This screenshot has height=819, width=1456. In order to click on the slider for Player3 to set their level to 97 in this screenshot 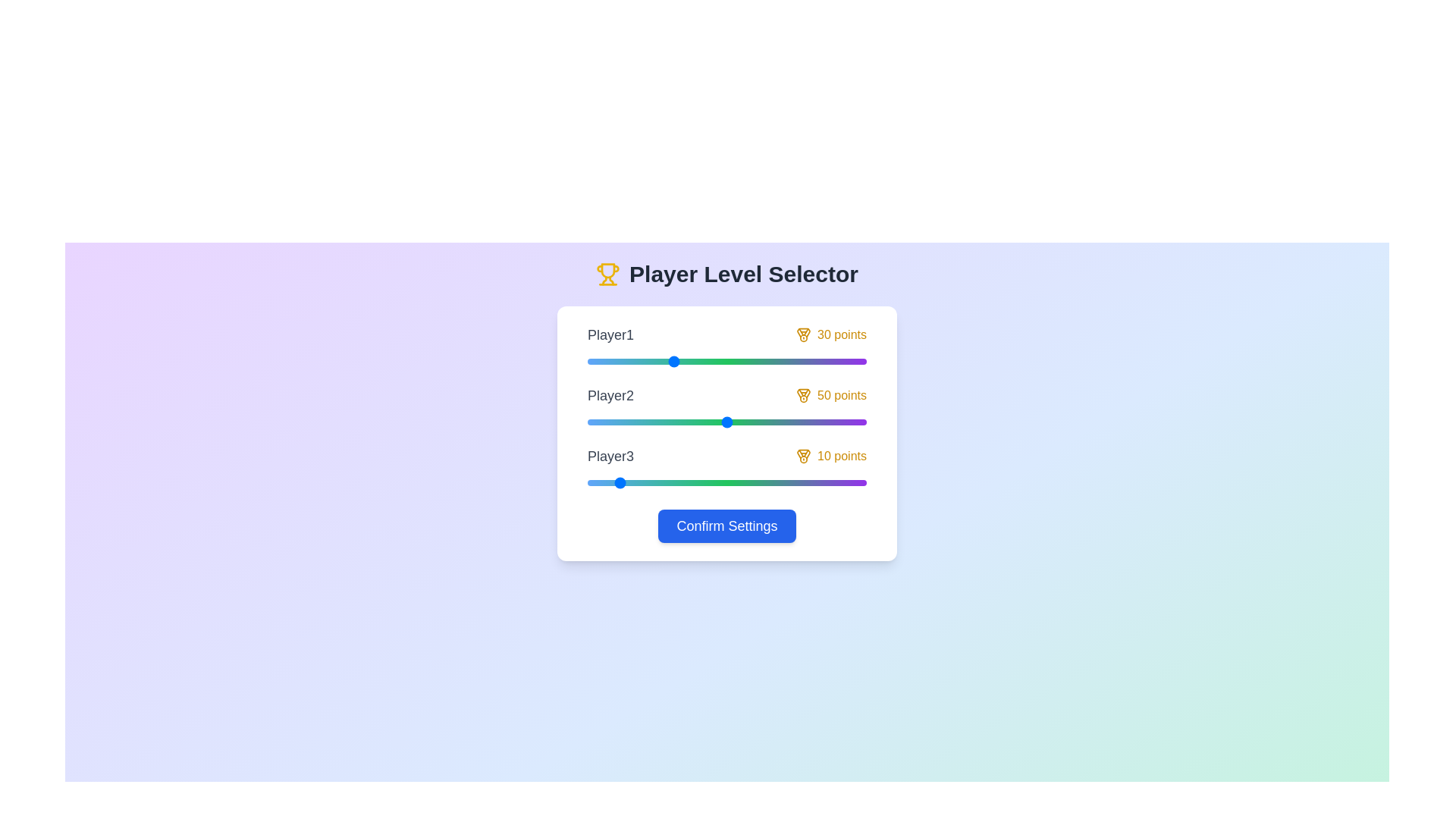, I will do `click(858, 482)`.